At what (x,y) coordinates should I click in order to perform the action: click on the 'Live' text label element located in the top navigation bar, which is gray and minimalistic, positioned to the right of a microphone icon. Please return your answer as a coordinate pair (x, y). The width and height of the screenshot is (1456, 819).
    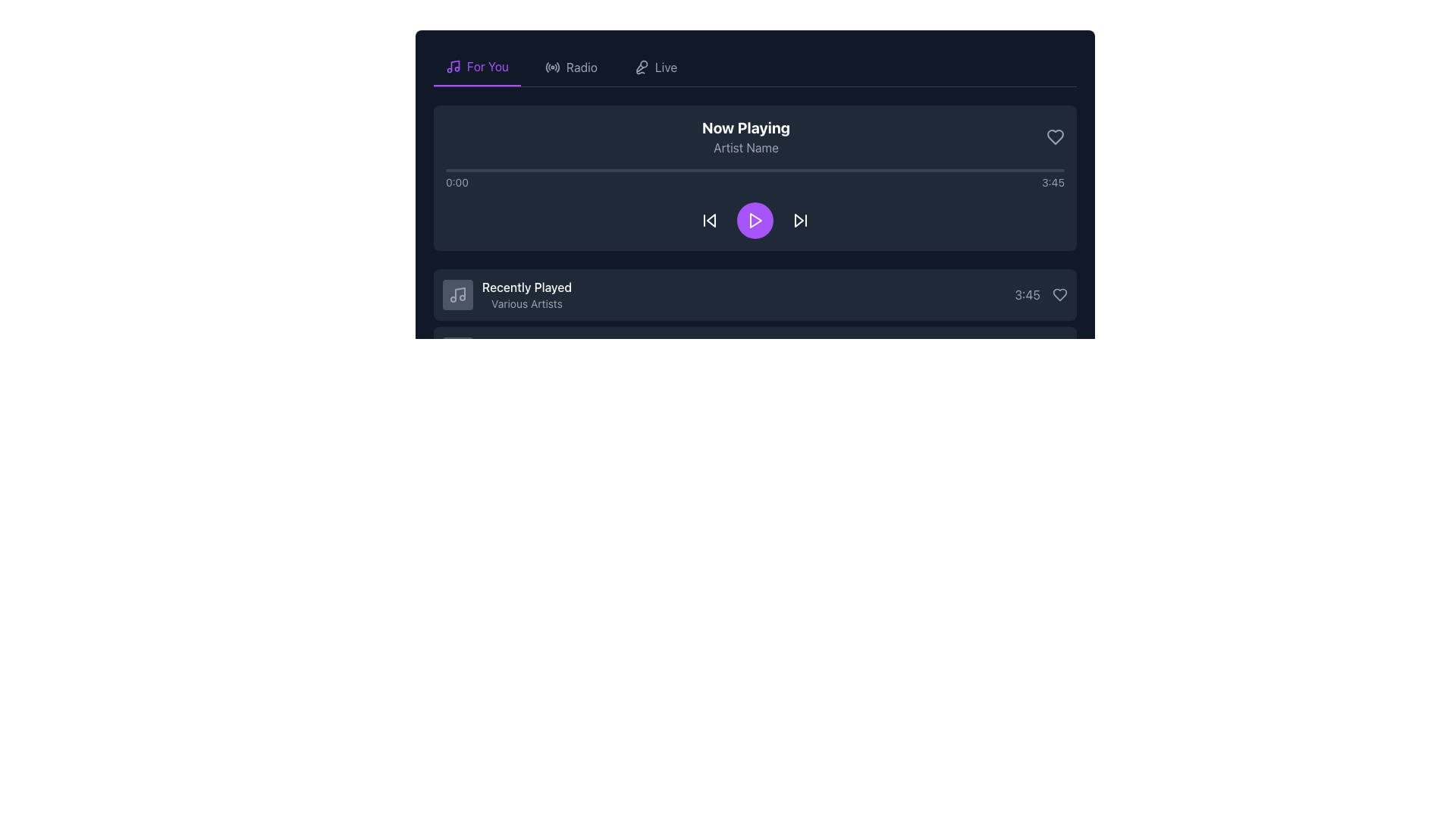
    Looking at the image, I should click on (666, 66).